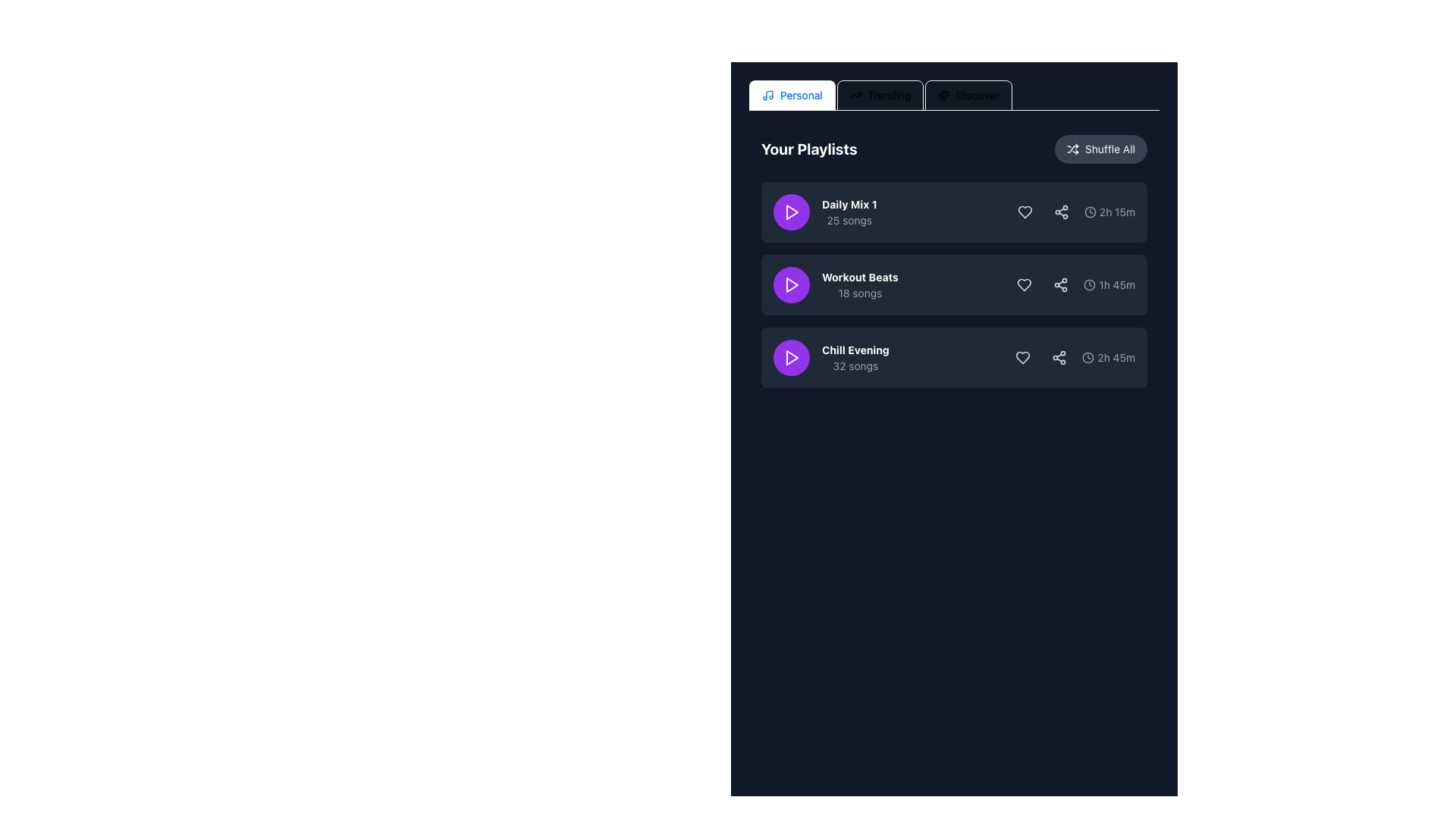 The image size is (1456, 819). What do you see at coordinates (1060, 212) in the screenshot?
I see `the share icon button, which consists of three connected circles and two linking lines, located at the top-right corner of the 'Daily Mix 1' playlist entry` at bounding box center [1060, 212].